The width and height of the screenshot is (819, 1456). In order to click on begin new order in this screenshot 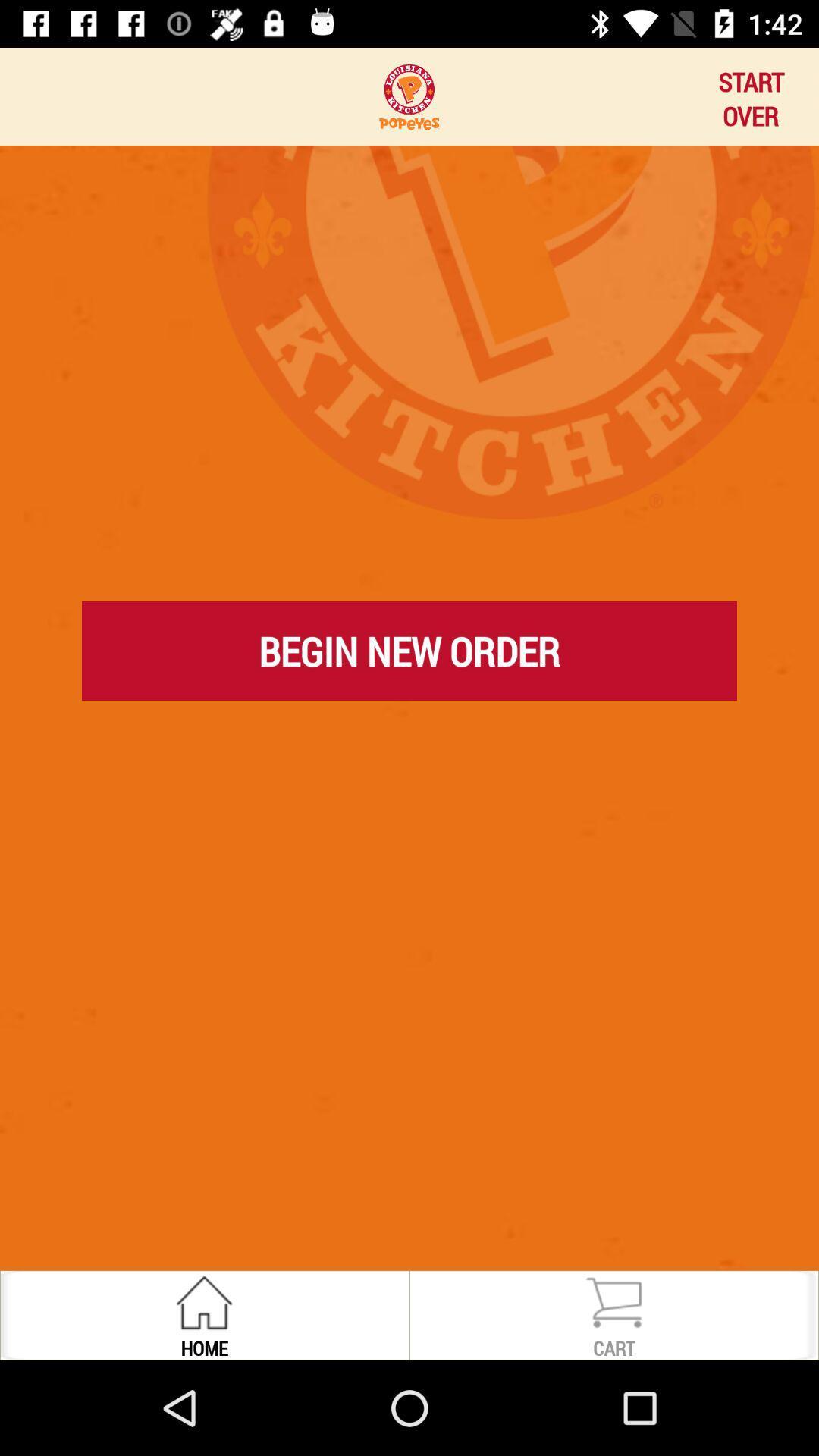, I will do `click(409, 651)`.